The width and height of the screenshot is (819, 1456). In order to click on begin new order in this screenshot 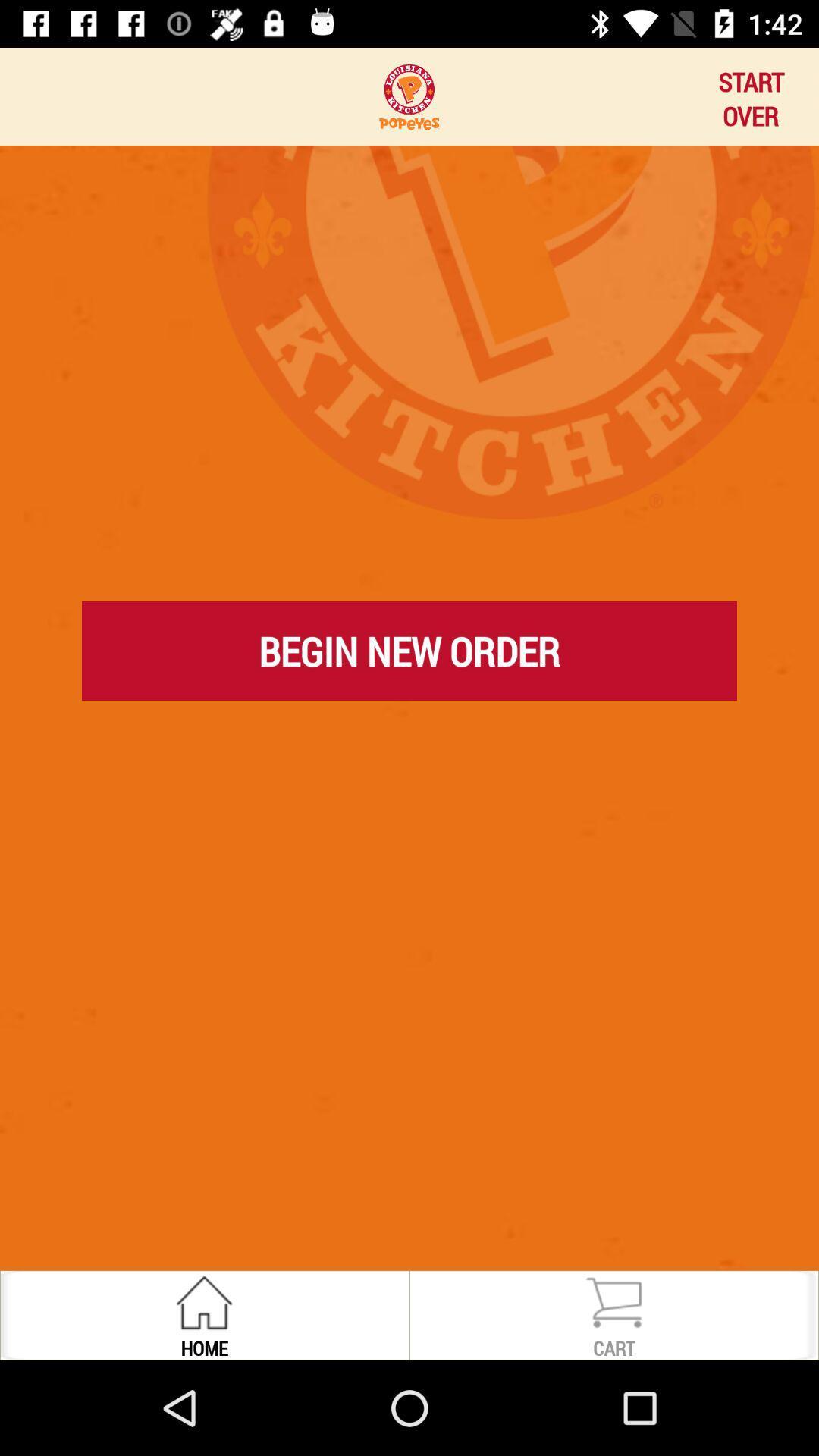, I will do `click(409, 651)`.